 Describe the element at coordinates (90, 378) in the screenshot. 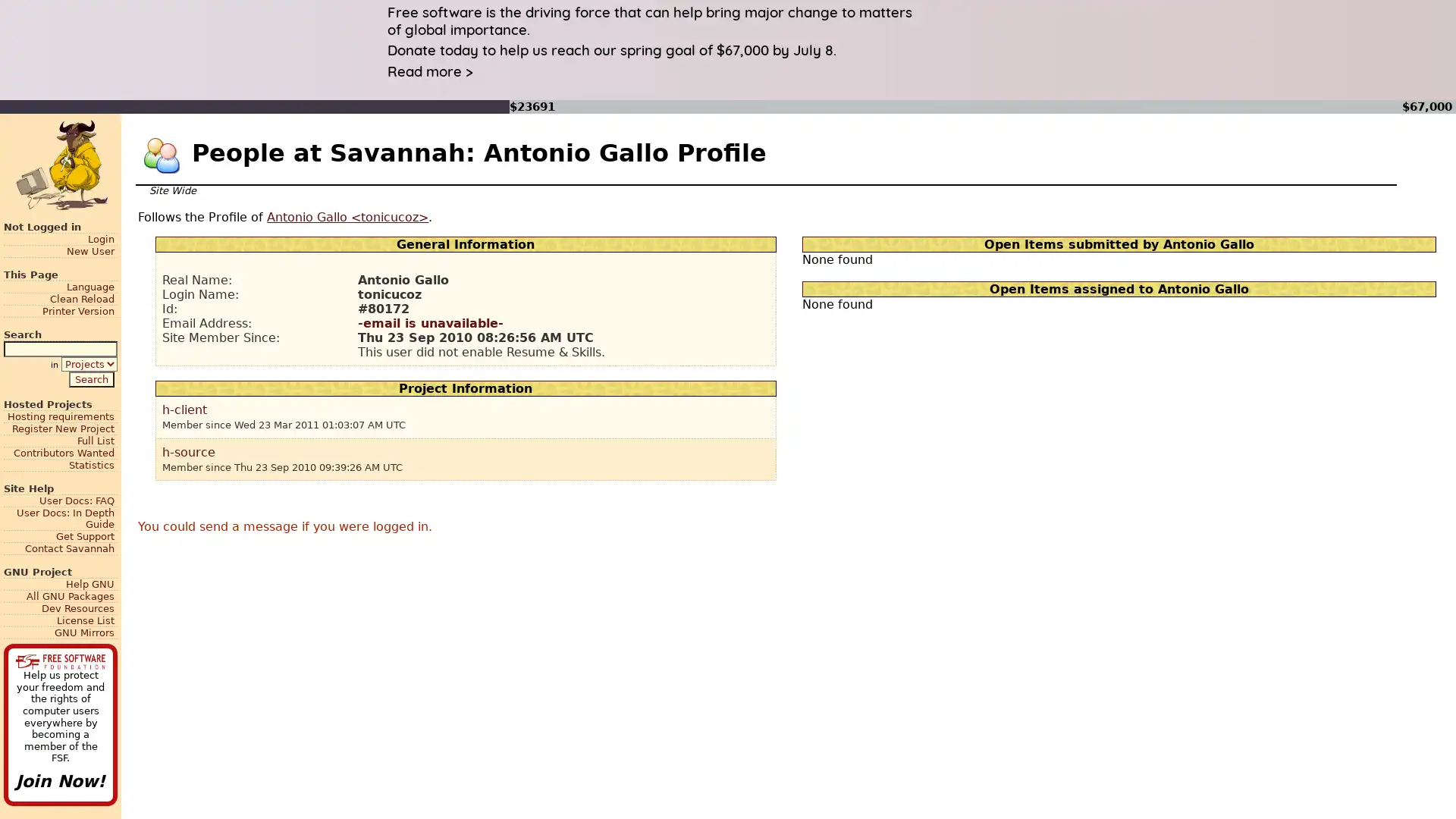

I see `Search` at that location.